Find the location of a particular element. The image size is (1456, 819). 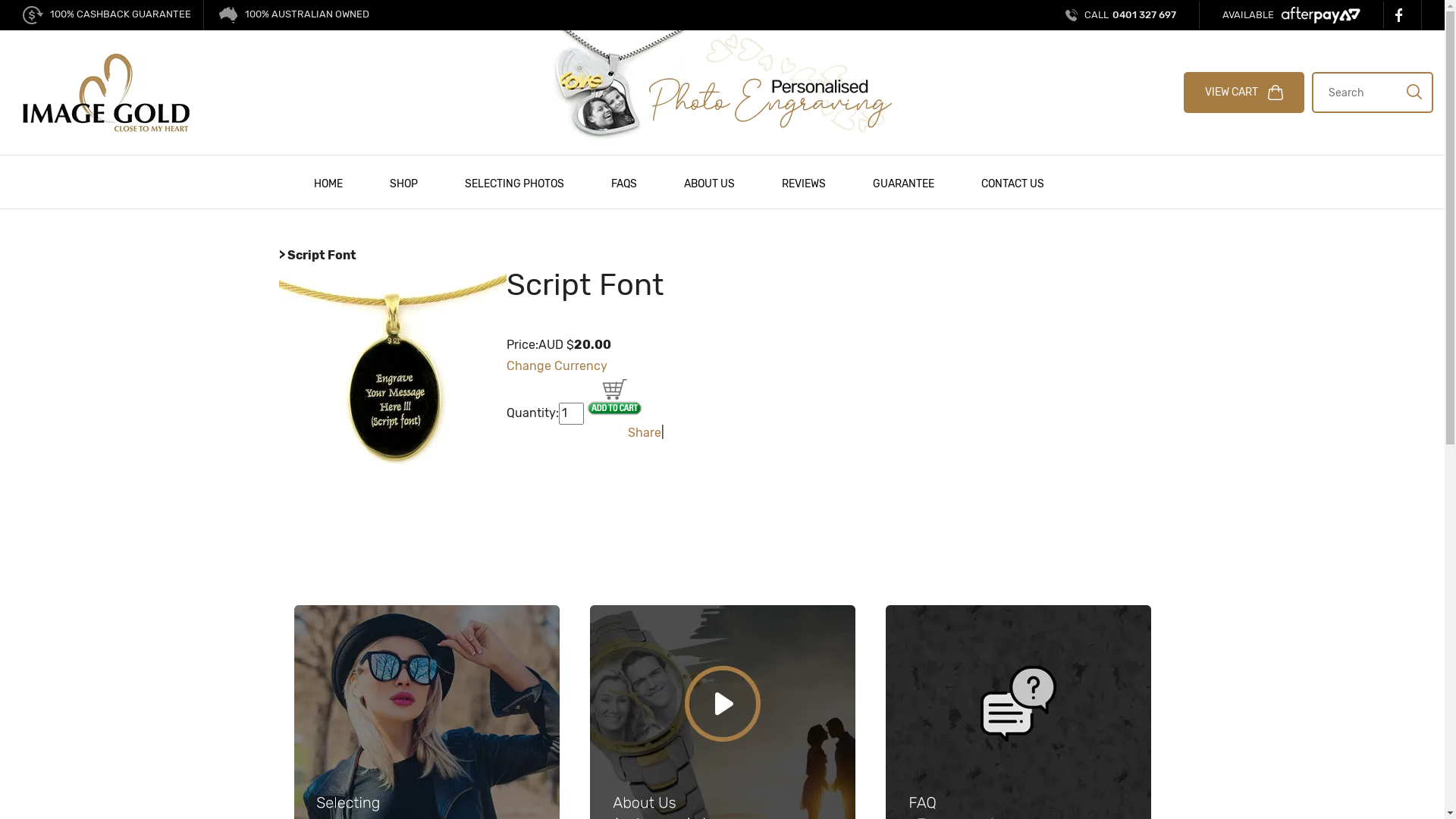

'Change Currency' is located at coordinates (556, 366).